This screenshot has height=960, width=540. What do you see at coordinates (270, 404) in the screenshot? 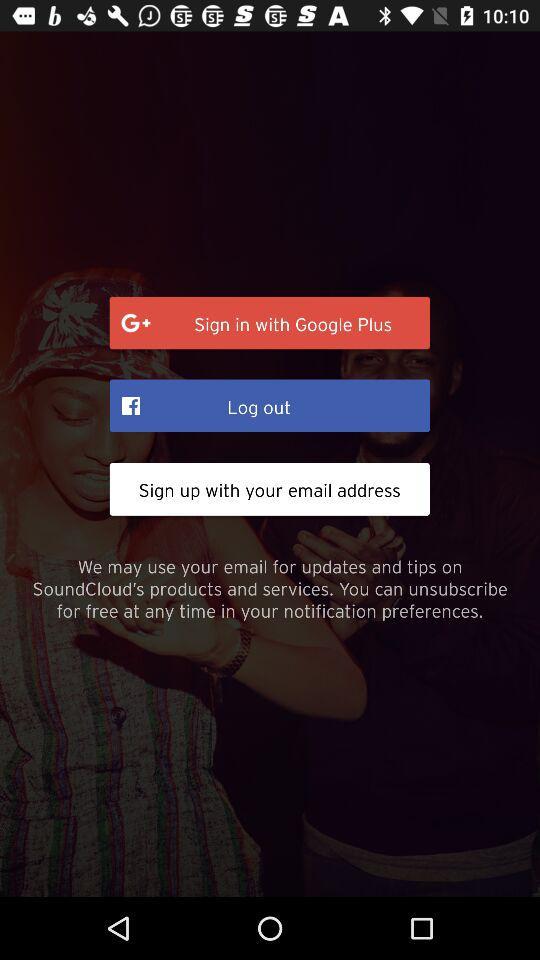
I see `icon below sign in with item` at bounding box center [270, 404].